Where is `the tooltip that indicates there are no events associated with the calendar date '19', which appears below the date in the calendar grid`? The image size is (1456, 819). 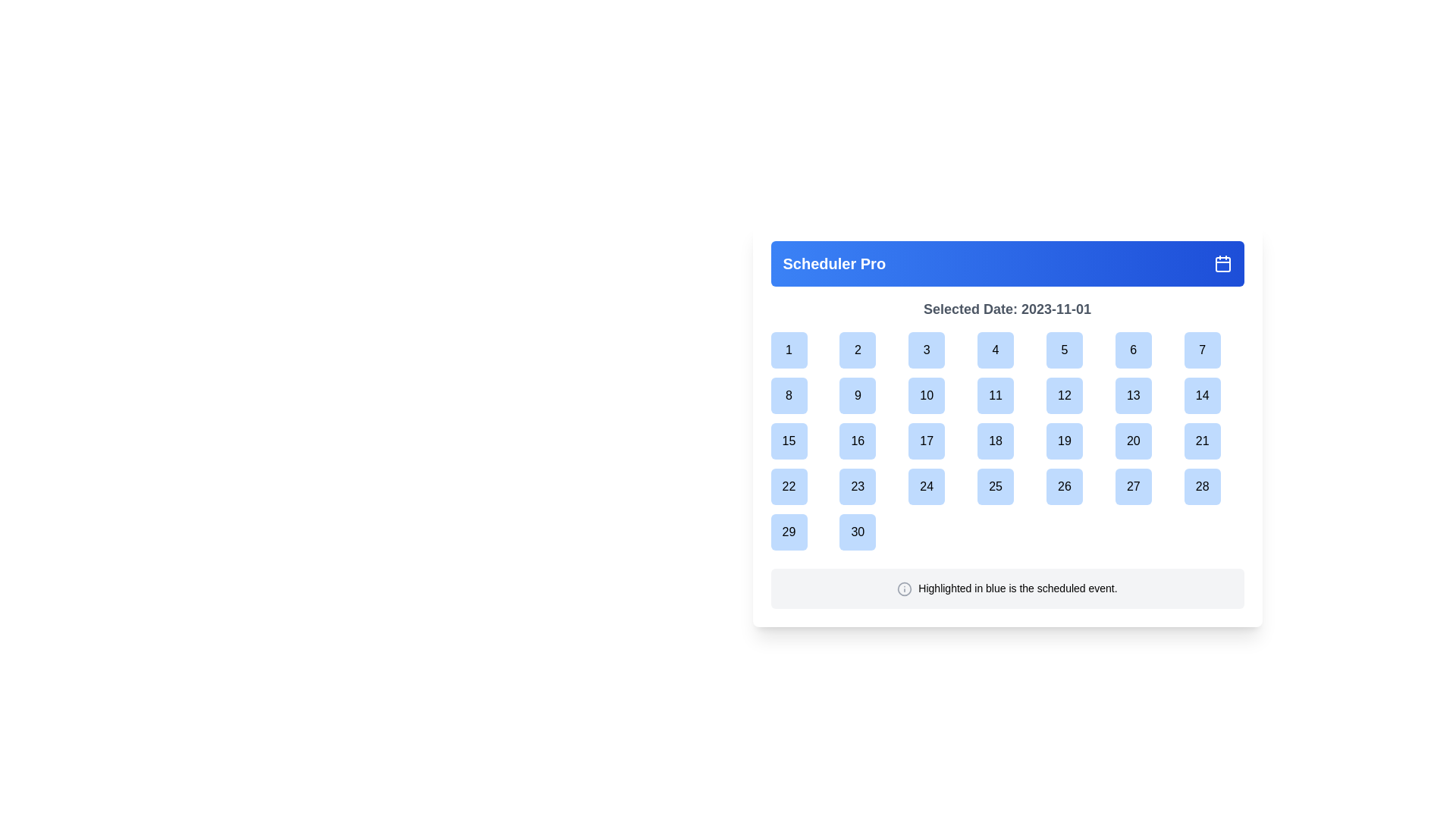
the tooltip that indicates there are no events associated with the calendar date '19', which appears below the date in the calendar grid is located at coordinates (1077, 427).